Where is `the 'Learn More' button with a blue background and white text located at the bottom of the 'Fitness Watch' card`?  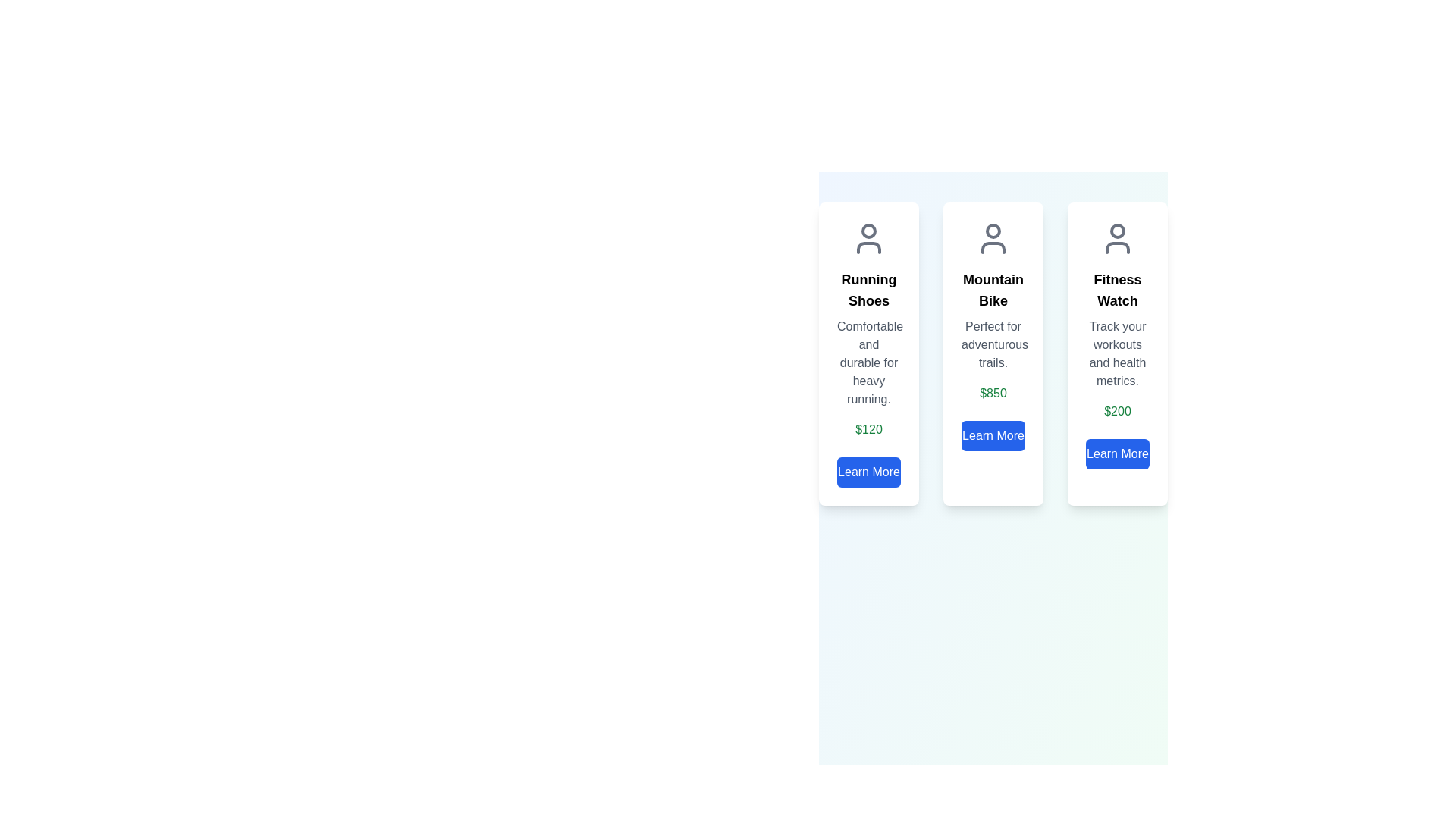 the 'Learn More' button with a blue background and white text located at the bottom of the 'Fitness Watch' card is located at coordinates (1117, 453).